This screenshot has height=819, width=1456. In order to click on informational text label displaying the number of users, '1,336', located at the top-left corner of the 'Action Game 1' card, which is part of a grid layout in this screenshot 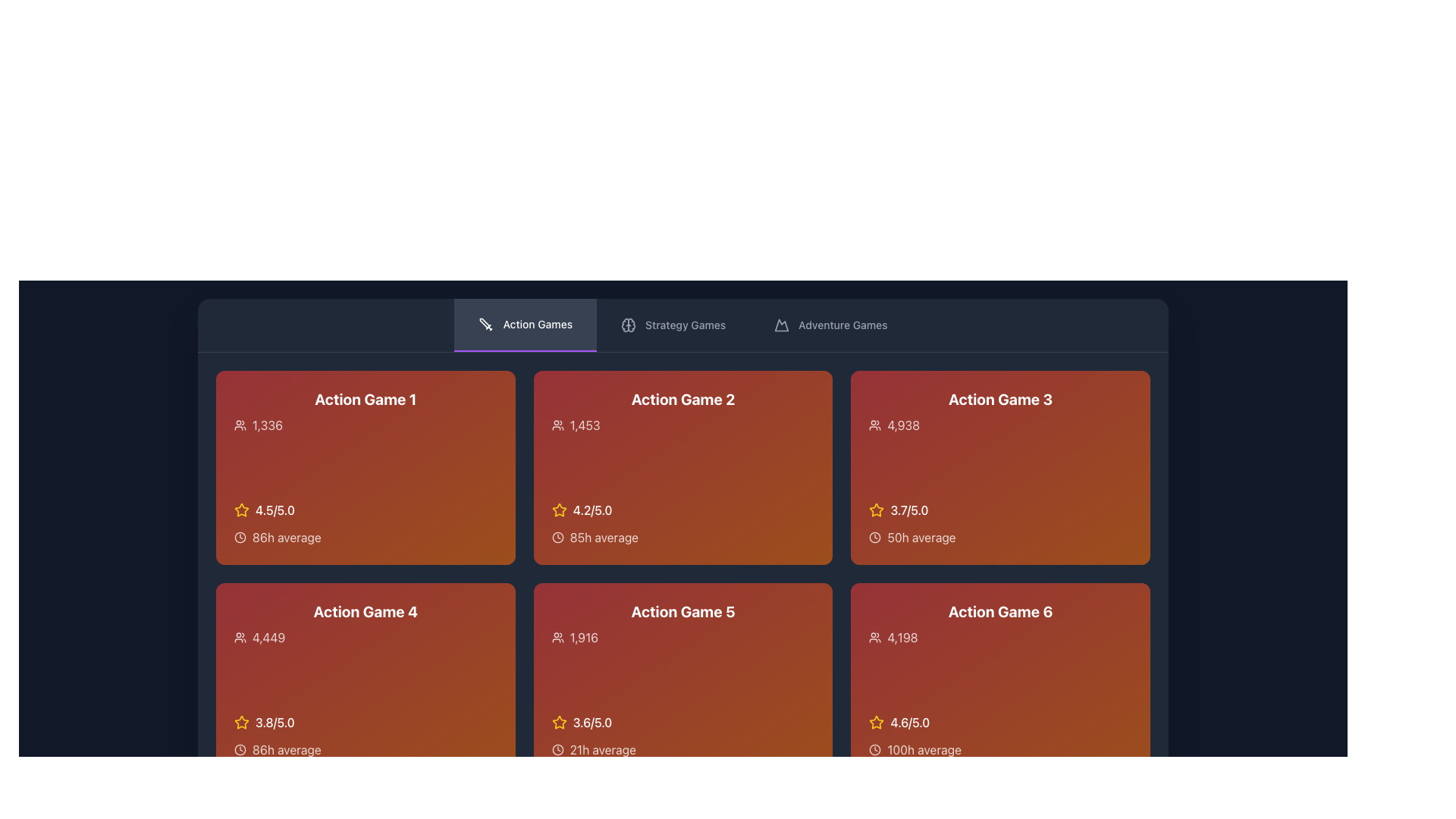, I will do `click(268, 425)`.